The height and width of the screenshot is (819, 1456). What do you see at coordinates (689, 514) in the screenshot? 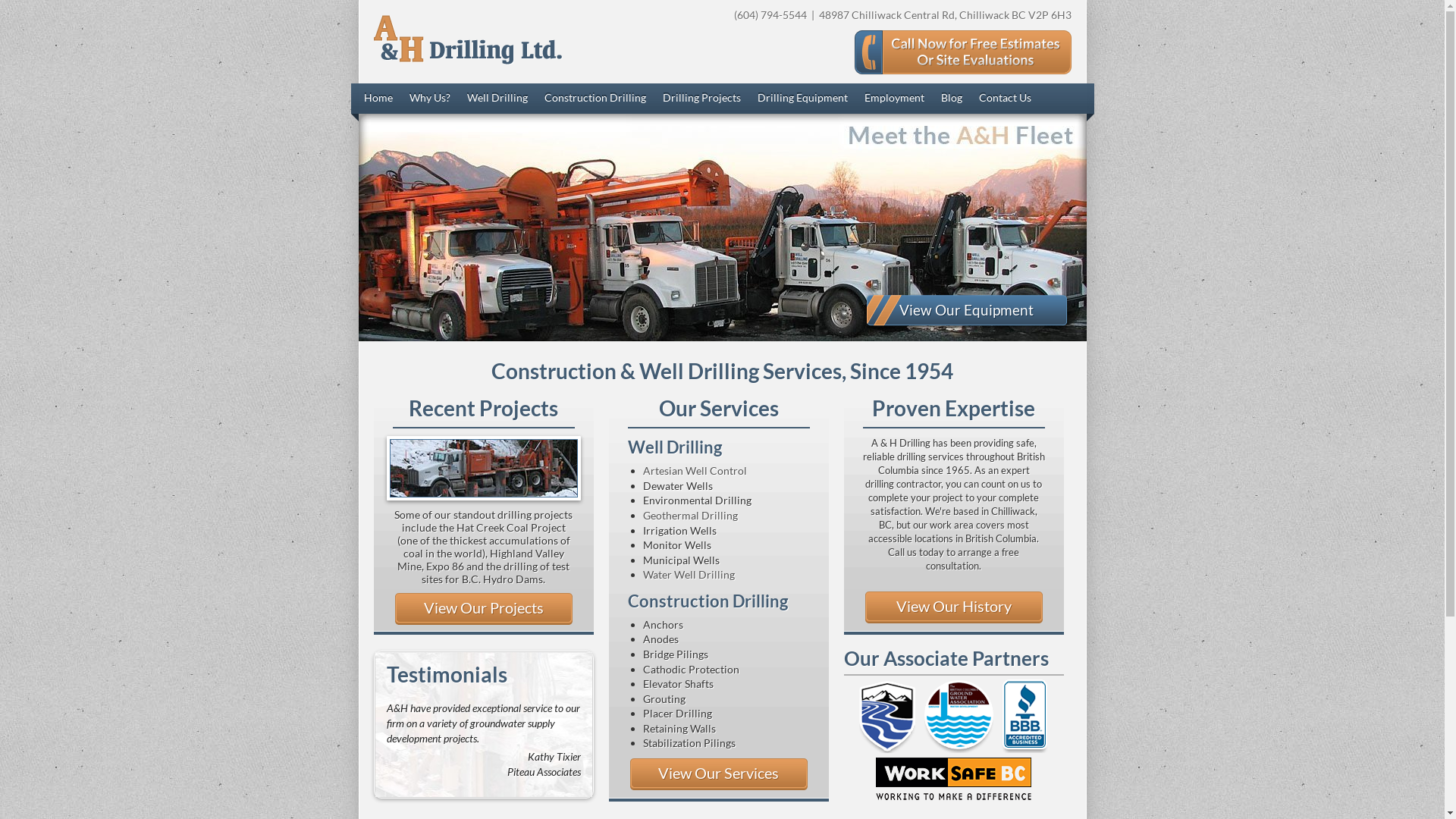
I see `'Geothermal Drilling'` at bounding box center [689, 514].